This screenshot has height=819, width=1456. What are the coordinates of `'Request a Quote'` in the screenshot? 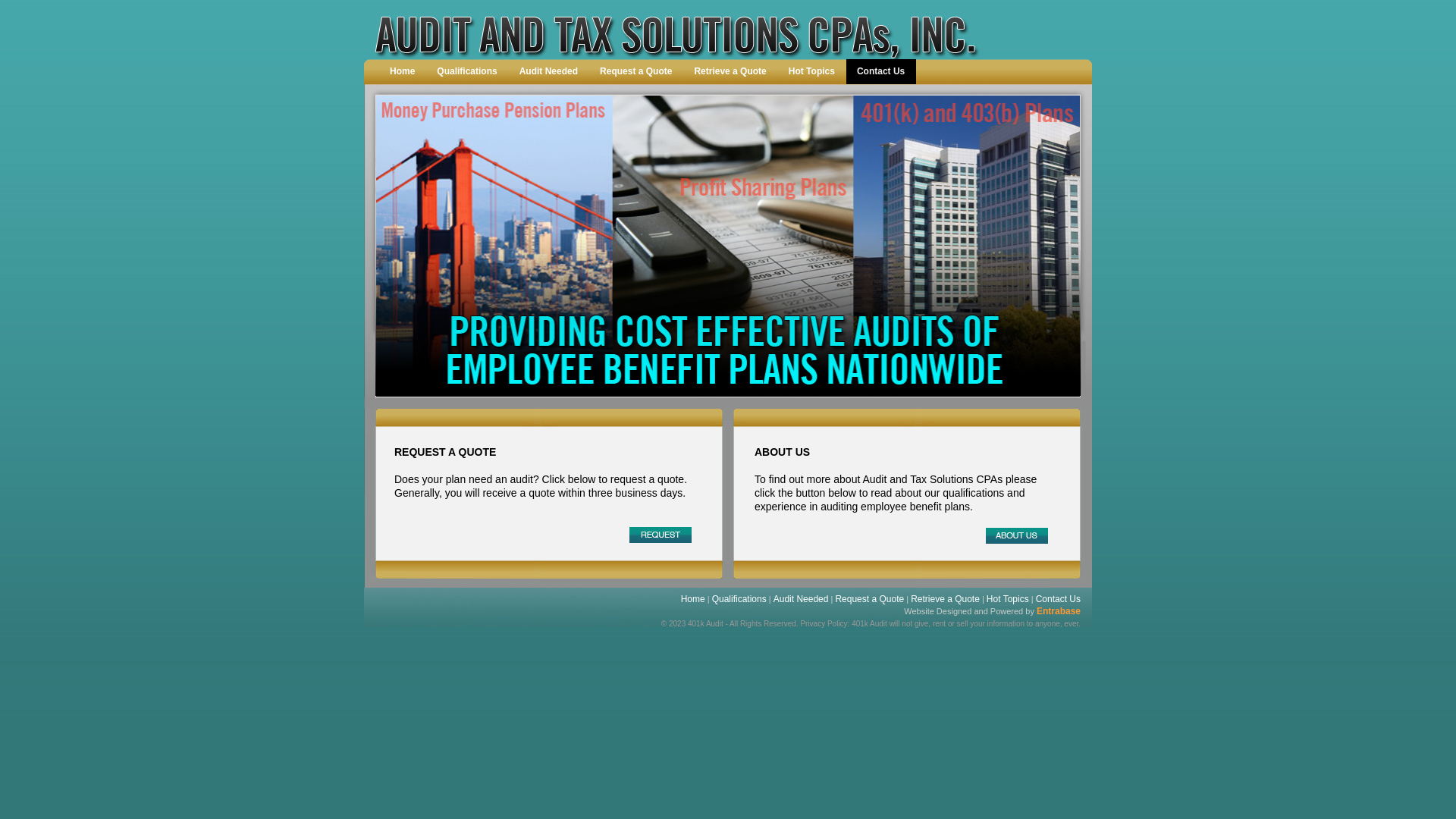 It's located at (869, 598).